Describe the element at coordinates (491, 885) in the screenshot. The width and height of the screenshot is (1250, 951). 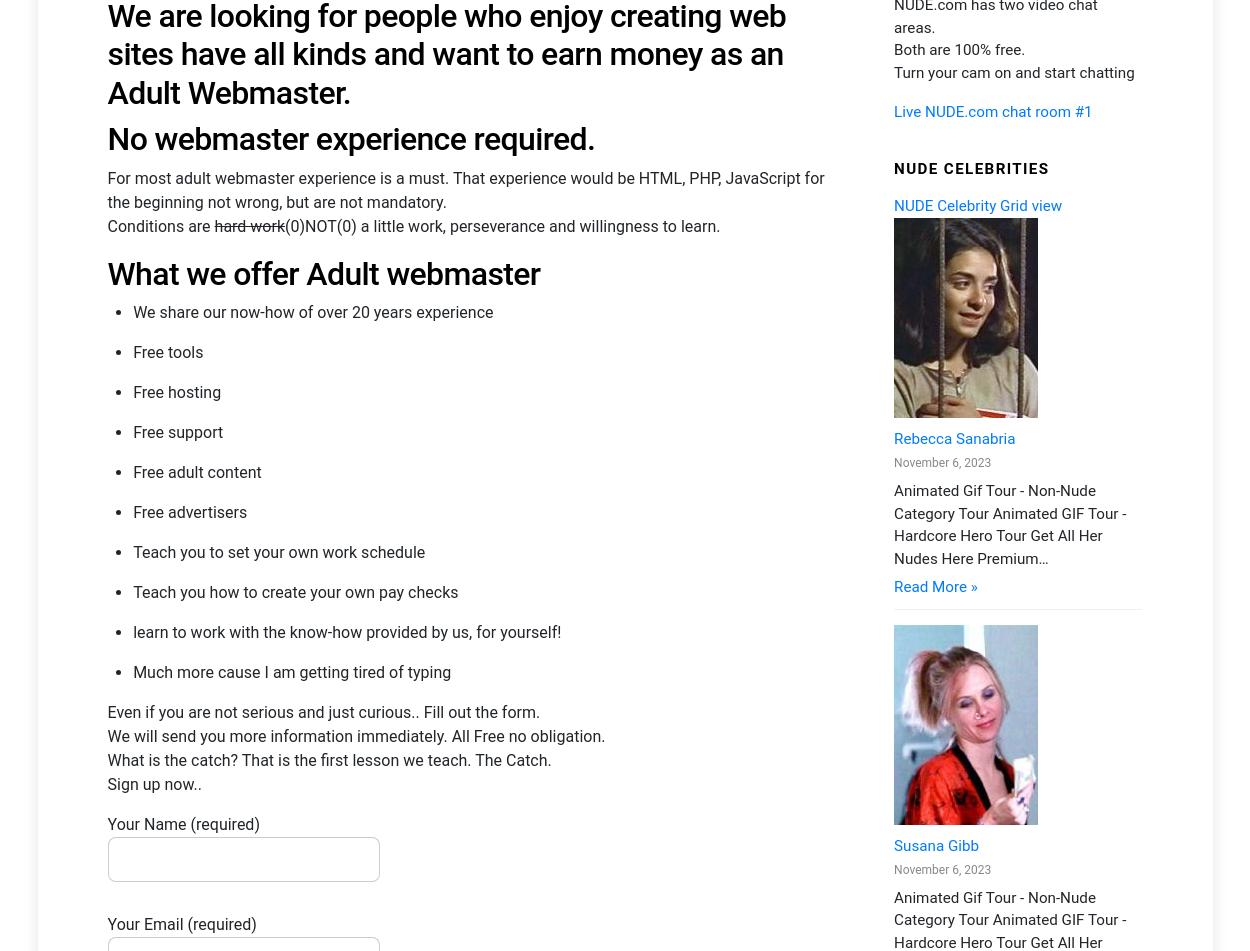
I see `'Themify WordPress Themes'` at that location.